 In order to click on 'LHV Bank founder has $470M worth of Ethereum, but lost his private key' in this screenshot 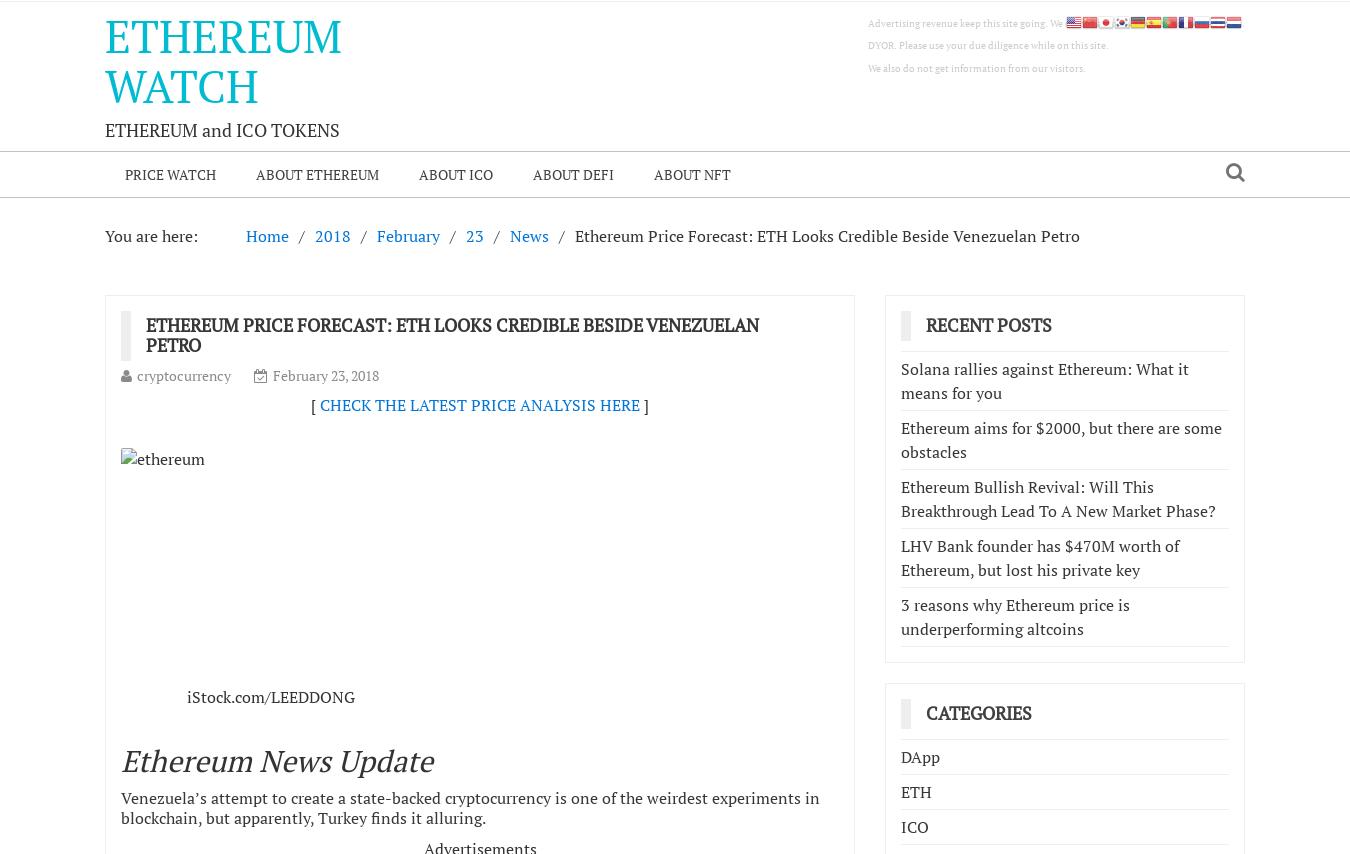, I will do `click(1040, 557)`.